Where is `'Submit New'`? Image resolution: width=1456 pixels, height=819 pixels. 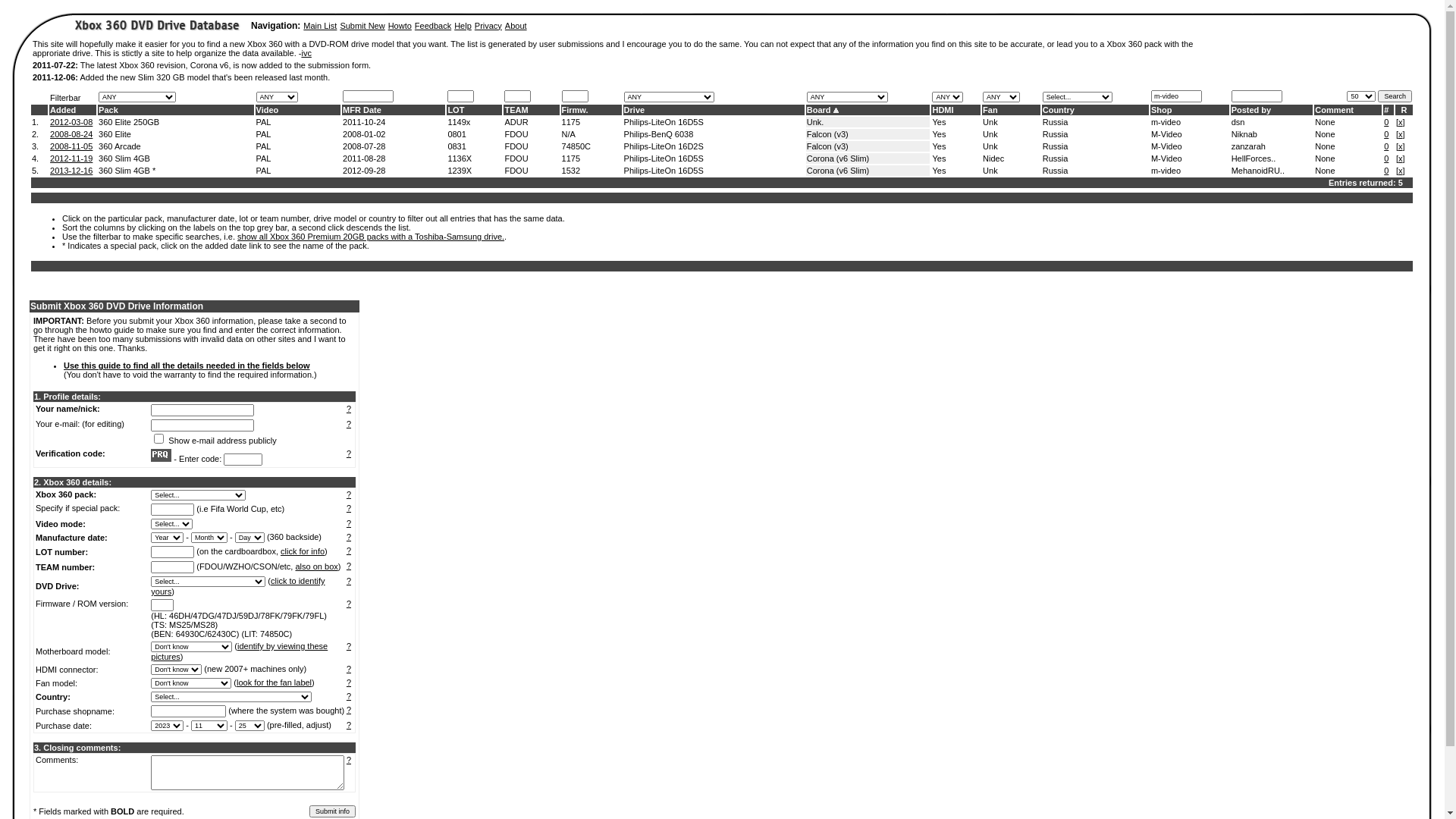
'Submit New' is located at coordinates (361, 26).